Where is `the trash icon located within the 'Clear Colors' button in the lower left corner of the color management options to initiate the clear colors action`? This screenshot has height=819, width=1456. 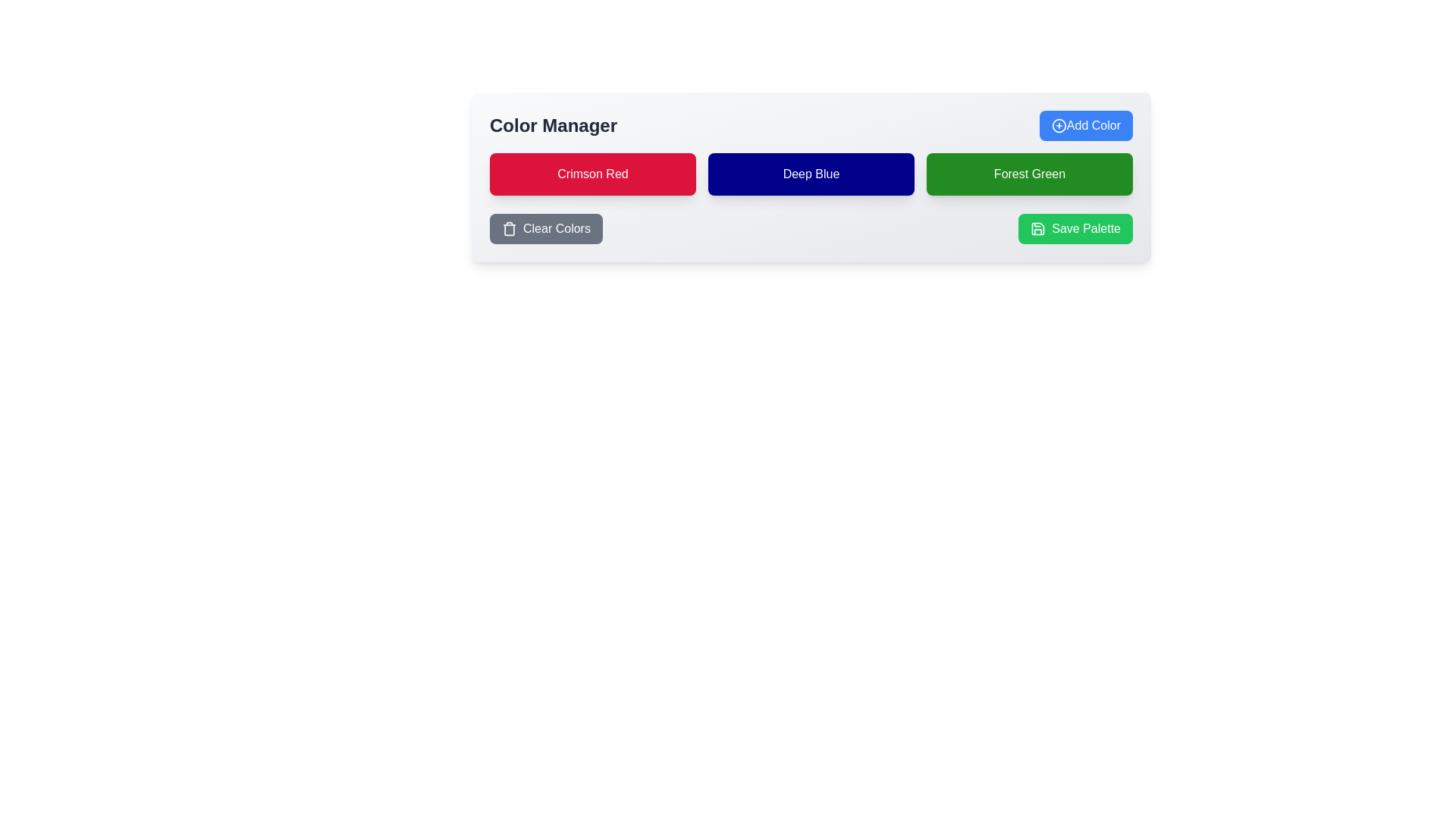 the trash icon located within the 'Clear Colors' button in the lower left corner of the color management options to initiate the clear colors action is located at coordinates (510, 228).